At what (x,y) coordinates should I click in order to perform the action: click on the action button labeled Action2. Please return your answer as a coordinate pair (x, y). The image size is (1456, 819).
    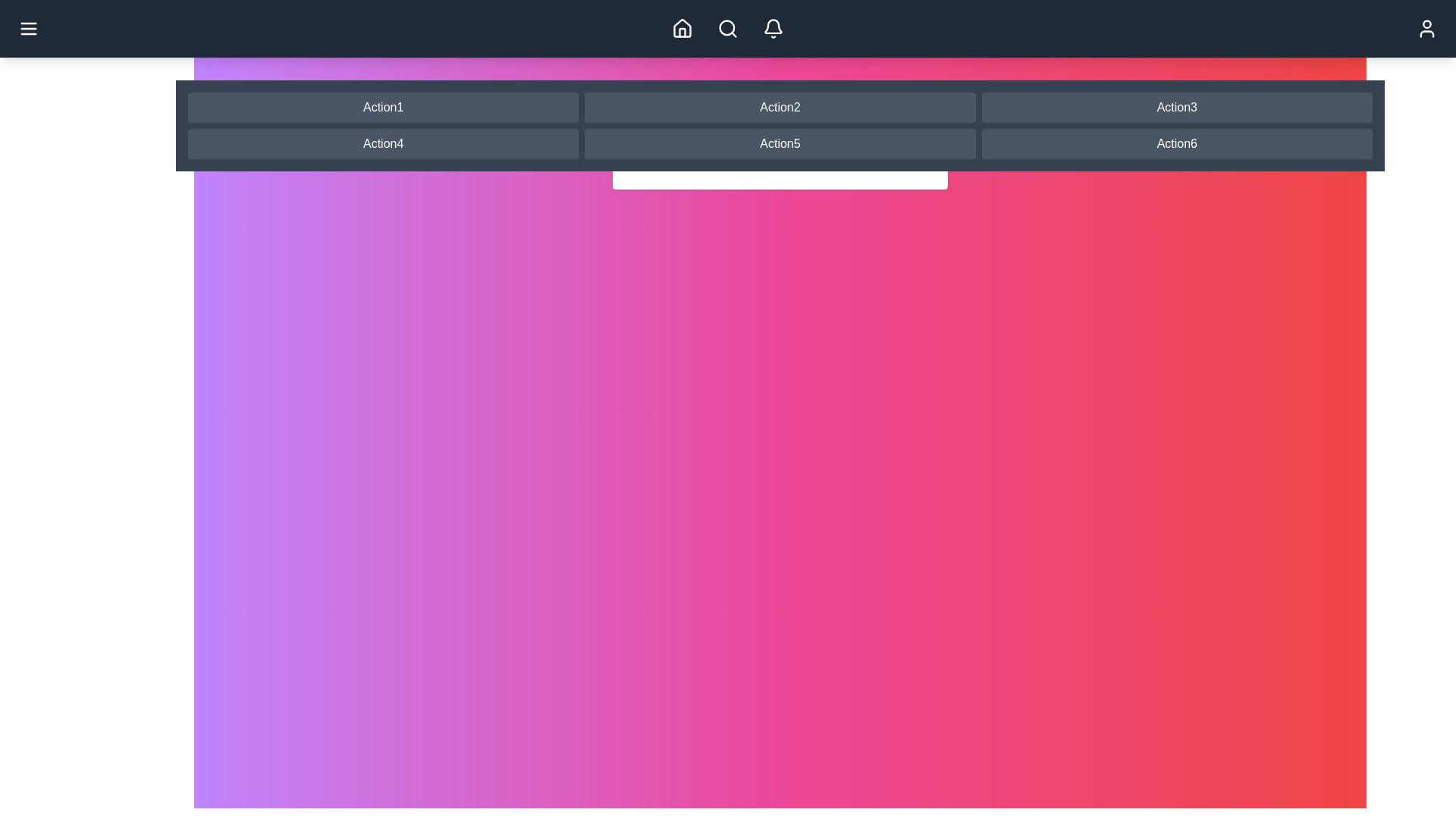
    Looking at the image, I should click on (780, 107).